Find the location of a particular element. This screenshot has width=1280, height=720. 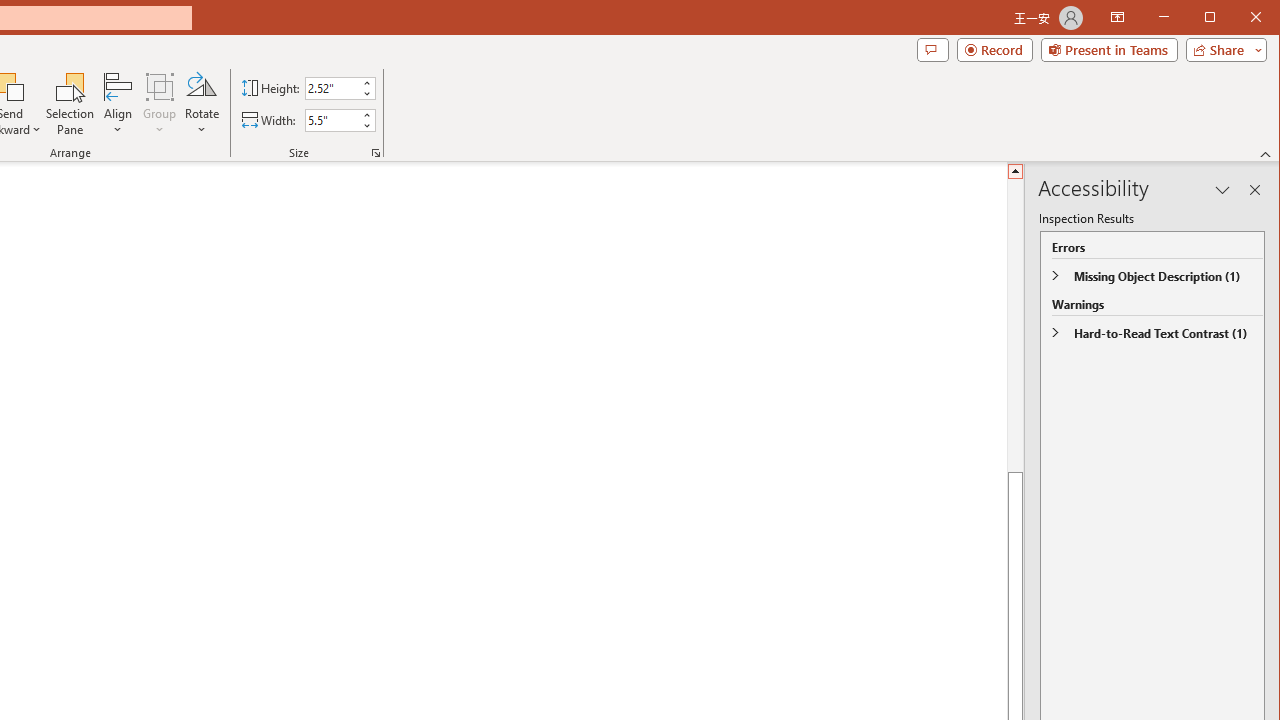

'Rotate' is located at coordinates (201, 104).